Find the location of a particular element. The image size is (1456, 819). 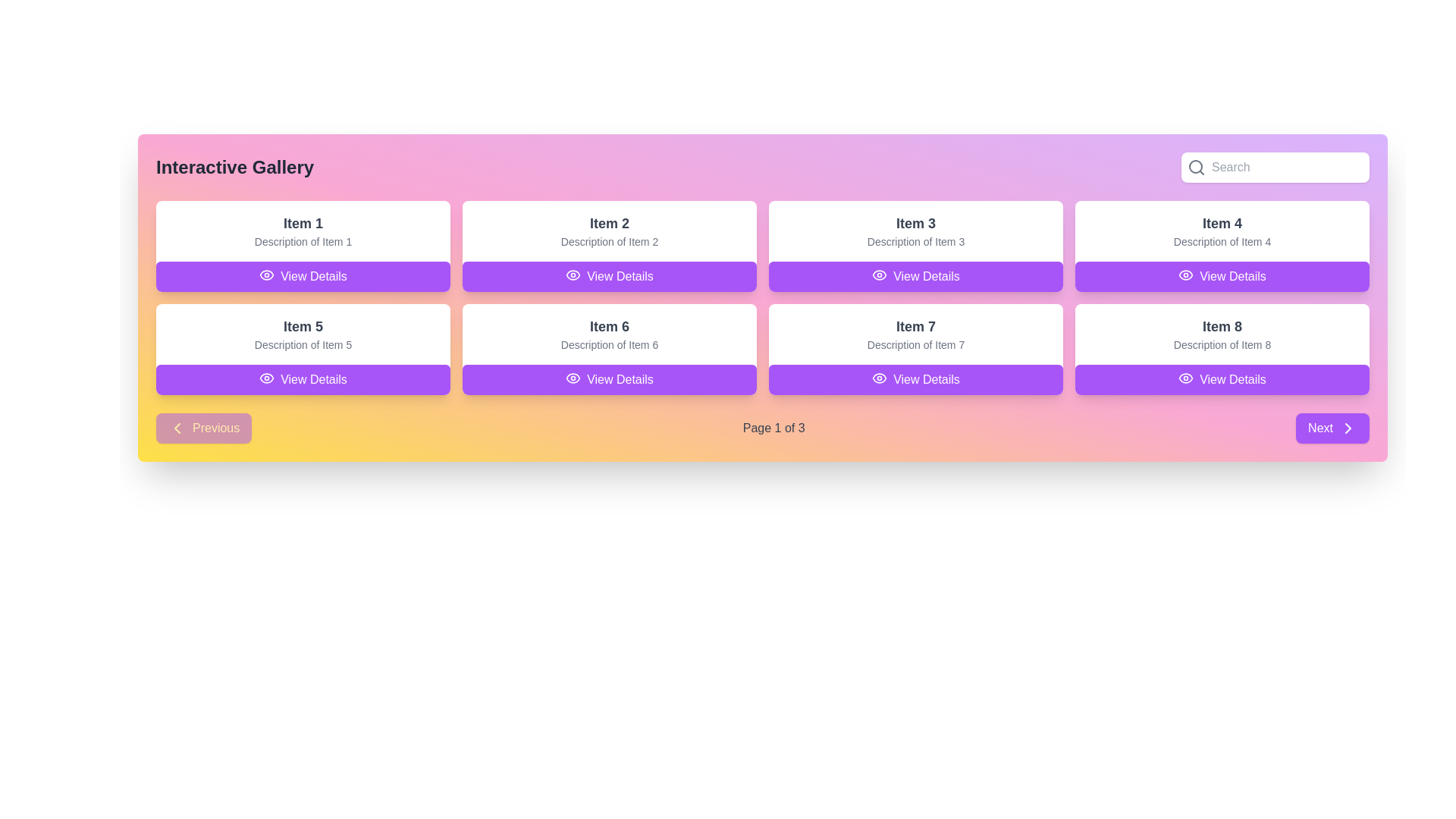

the eye icon within the 'View Details' button of the card titled 'Item 3' is located at coordinates (880, 275).